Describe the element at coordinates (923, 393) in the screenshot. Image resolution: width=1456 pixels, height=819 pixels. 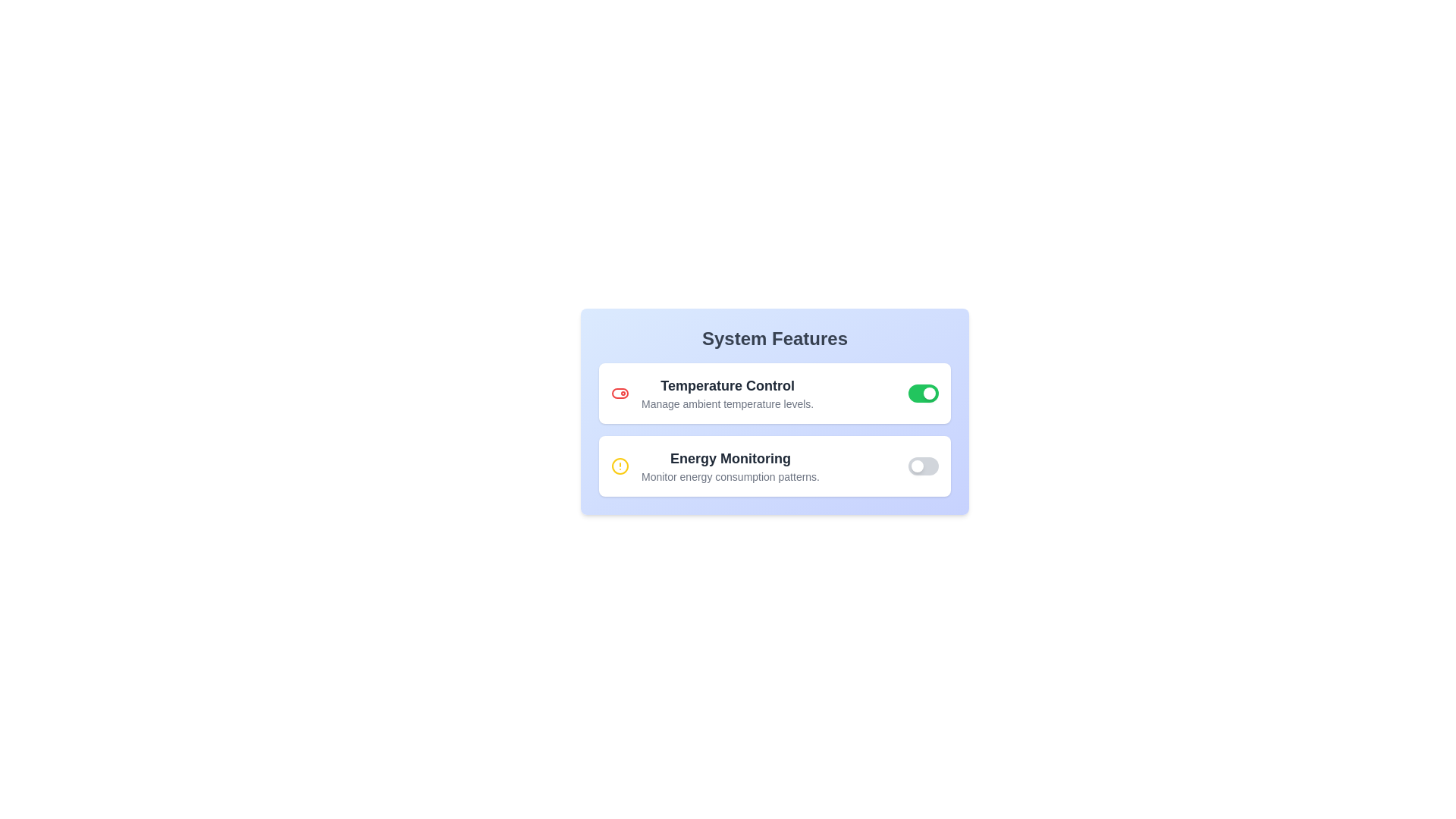
I see `the toggle button to change the active state of the feature` at that location.